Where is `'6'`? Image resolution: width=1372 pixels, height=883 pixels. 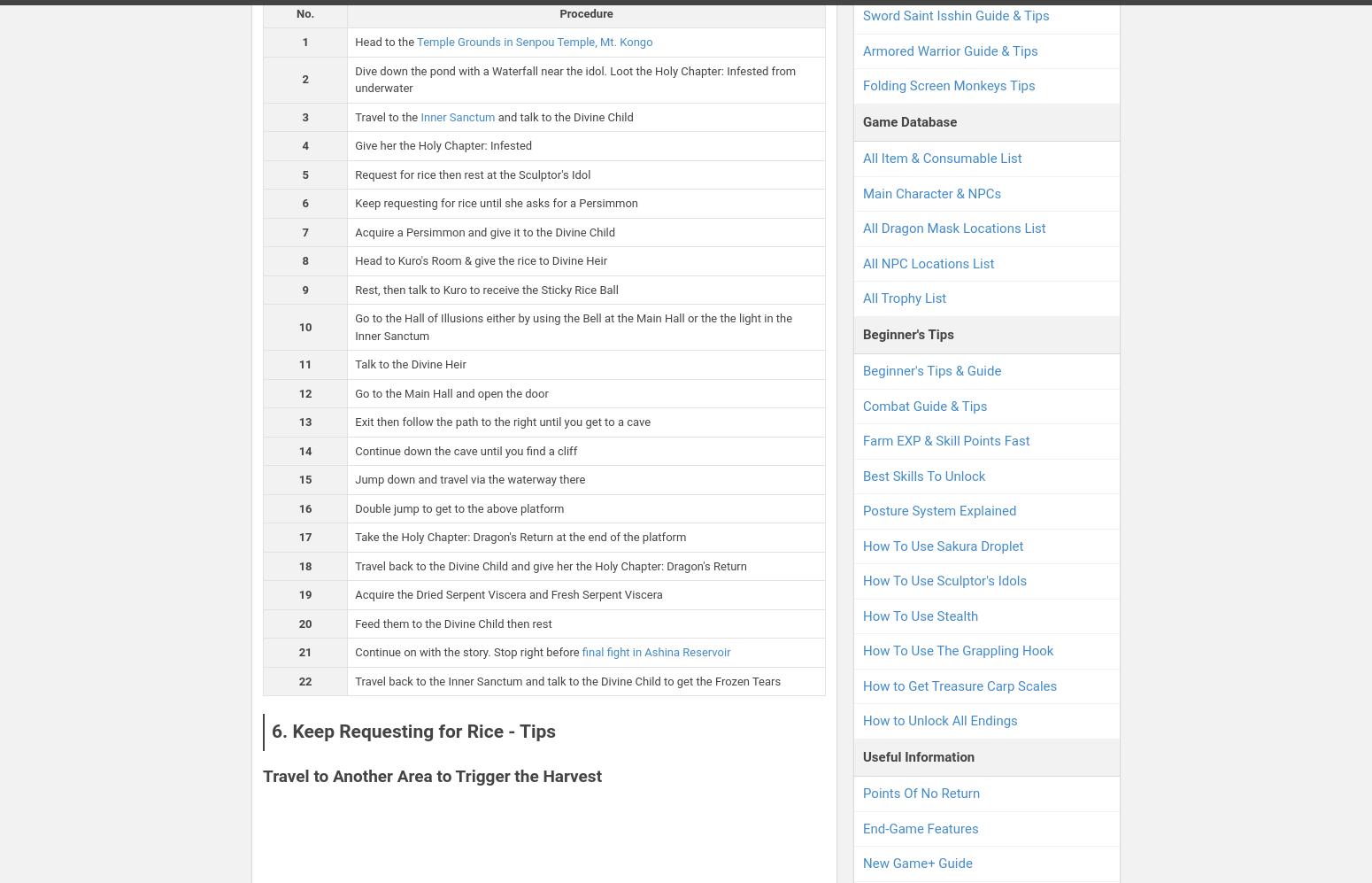 '6' is located at coordinates (304, 202).